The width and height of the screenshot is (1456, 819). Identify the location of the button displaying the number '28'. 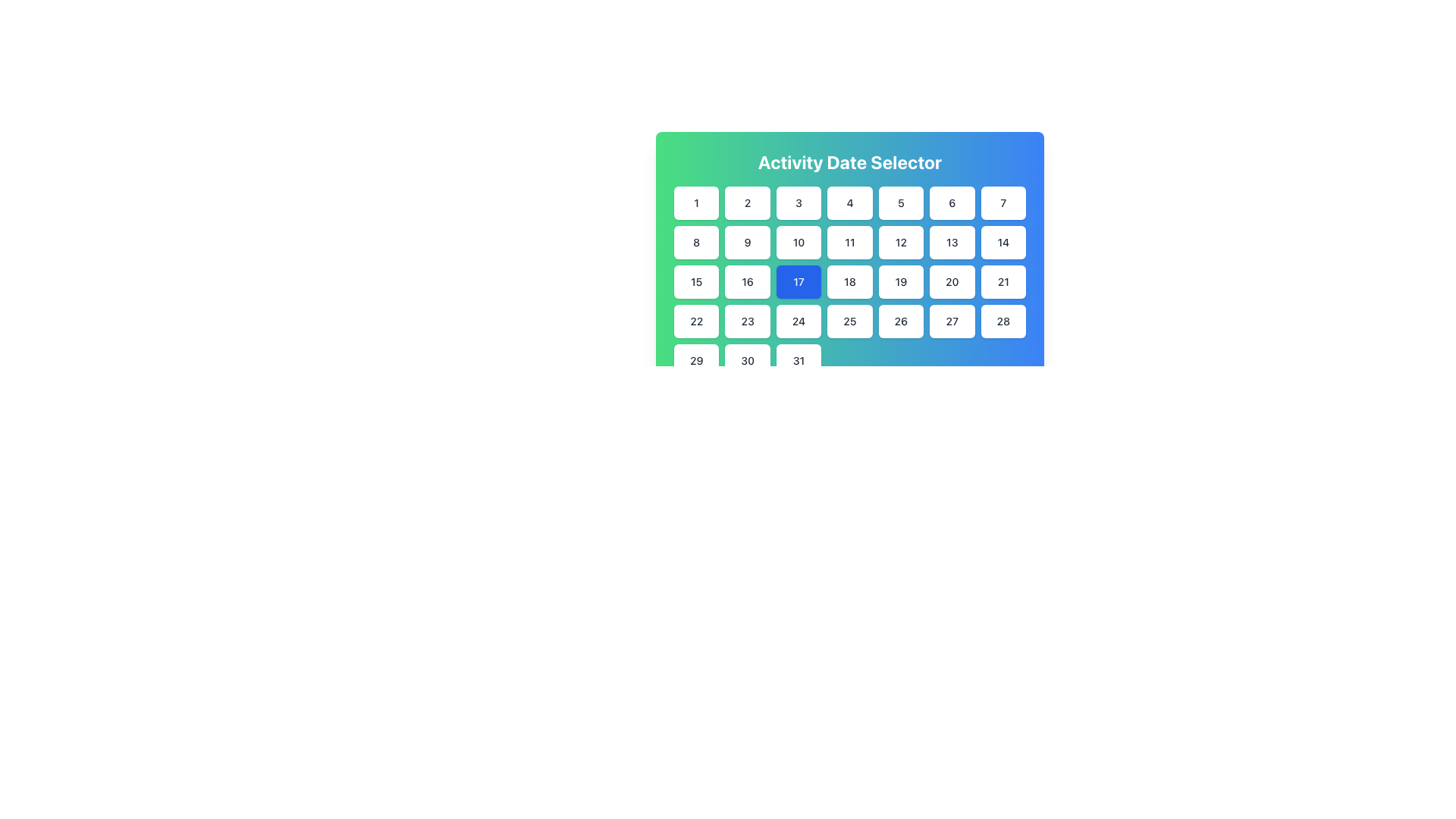
(1003, 321).